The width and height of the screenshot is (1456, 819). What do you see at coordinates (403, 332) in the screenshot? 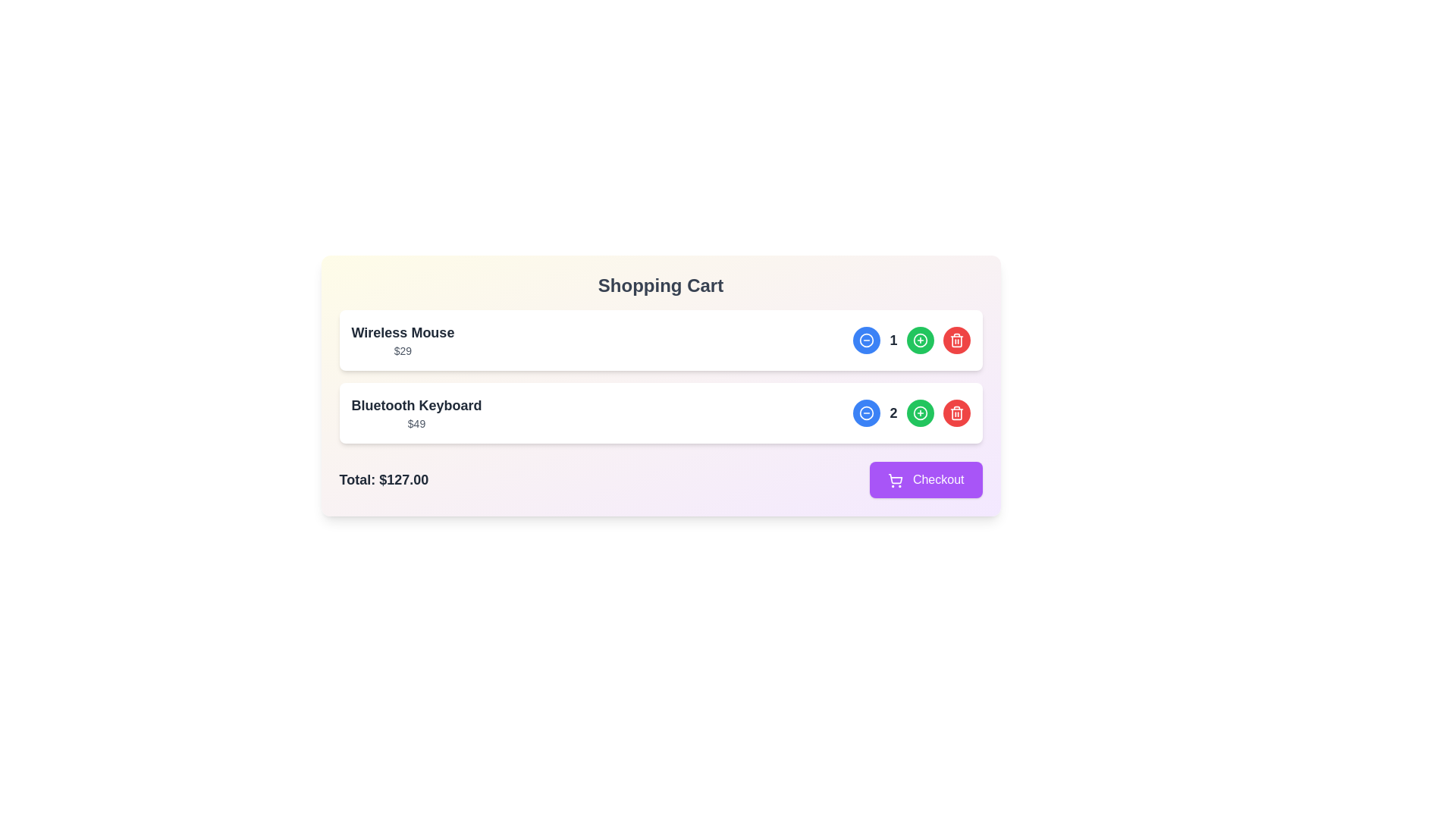
I see `the product title text label located at the top of the product card in the shopping cart interface` at bounding box center [403, 332].